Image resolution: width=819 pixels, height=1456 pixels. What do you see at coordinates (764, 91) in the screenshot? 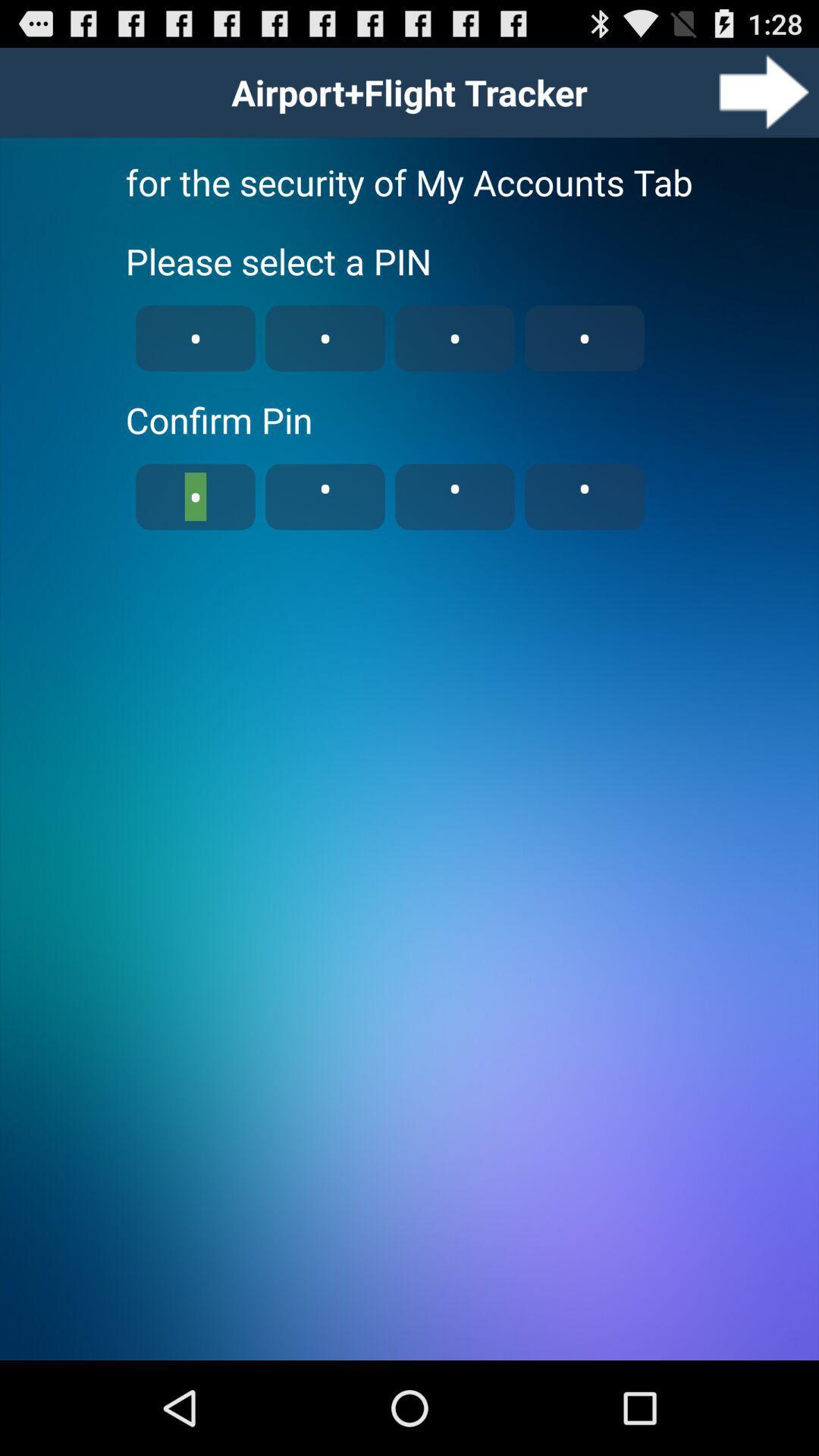
I see `button next to airportflight tracker` at bounding box center [764, 91].